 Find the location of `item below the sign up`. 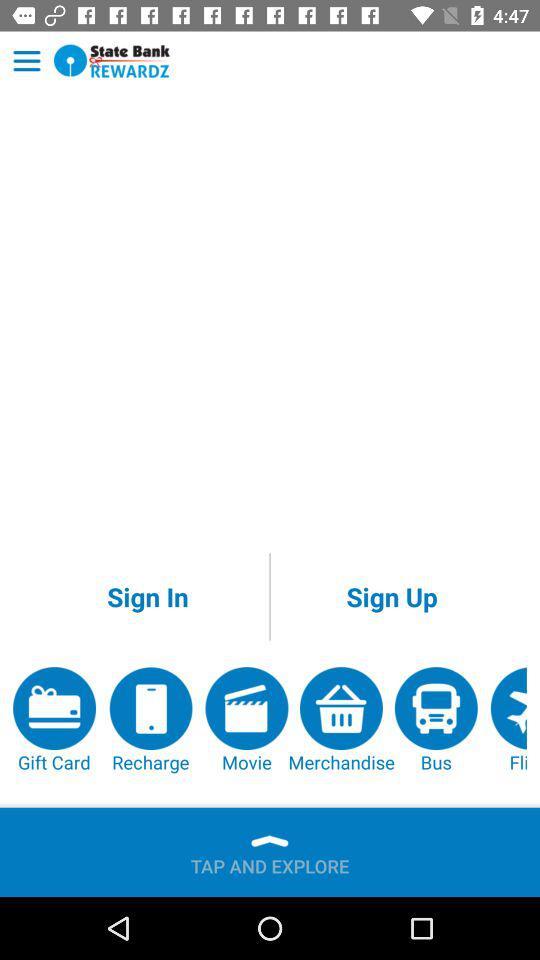

item below the sign up is located at coordinates (508, 720).